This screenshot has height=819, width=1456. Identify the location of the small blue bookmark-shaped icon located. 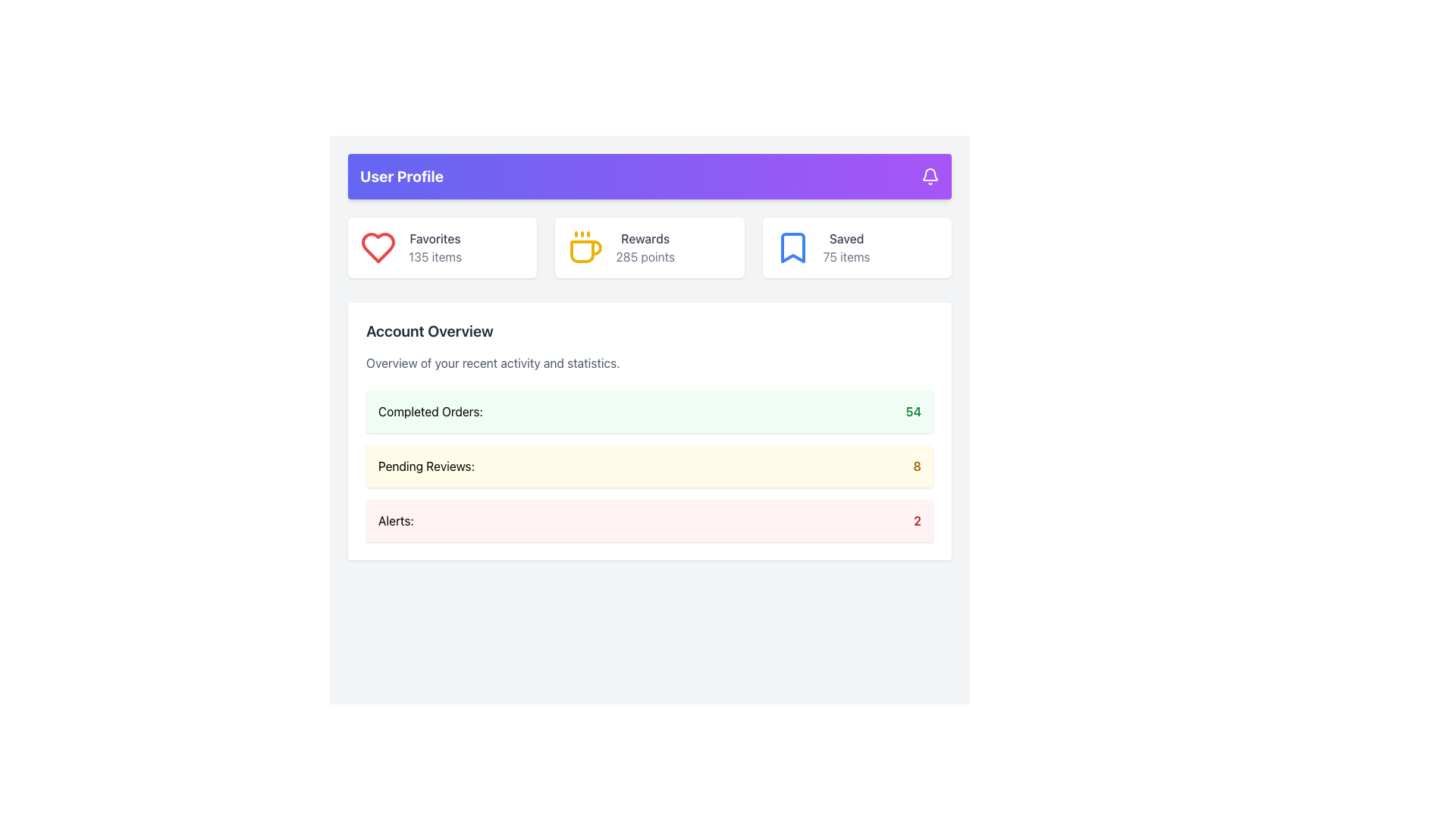
(792, 247).